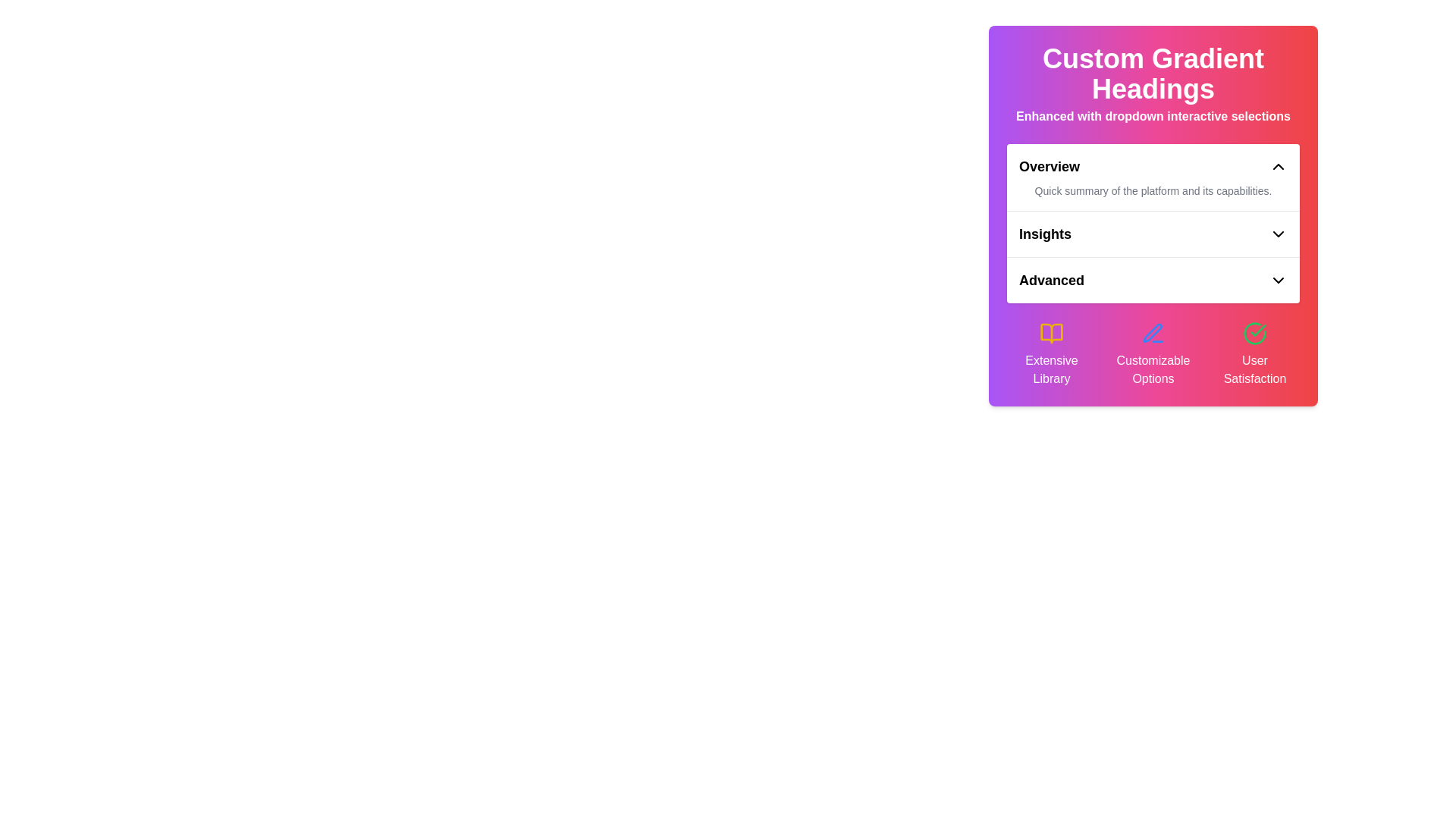 The width and height of the screenshot is (1456, 819). Describe the element at coordinates (1277, 166) in the screenshot. I see `the small upward-pointing chevron icon located to the right of the 'Overview' label in the UI` at that location.